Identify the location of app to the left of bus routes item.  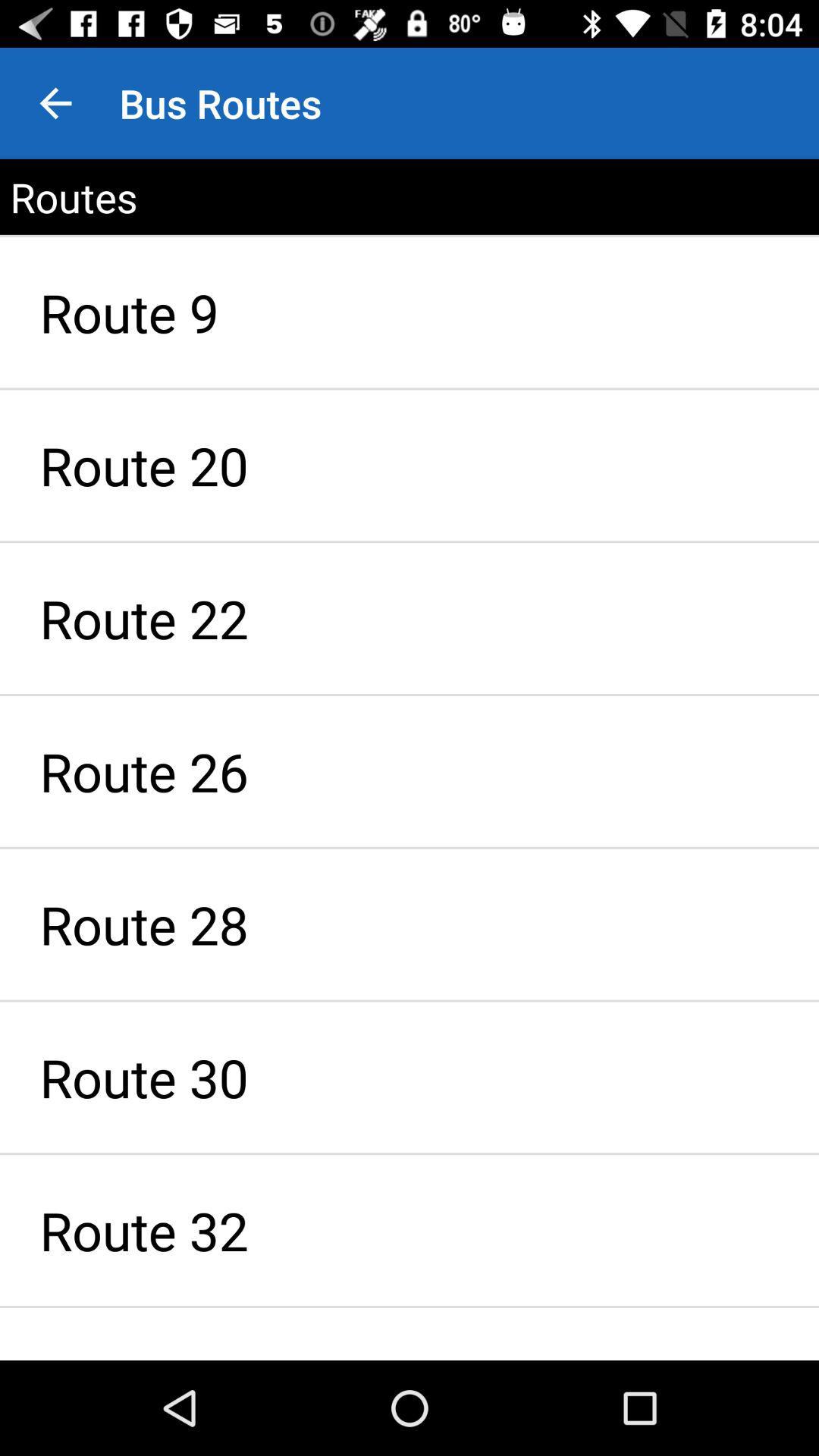
(55, 102).